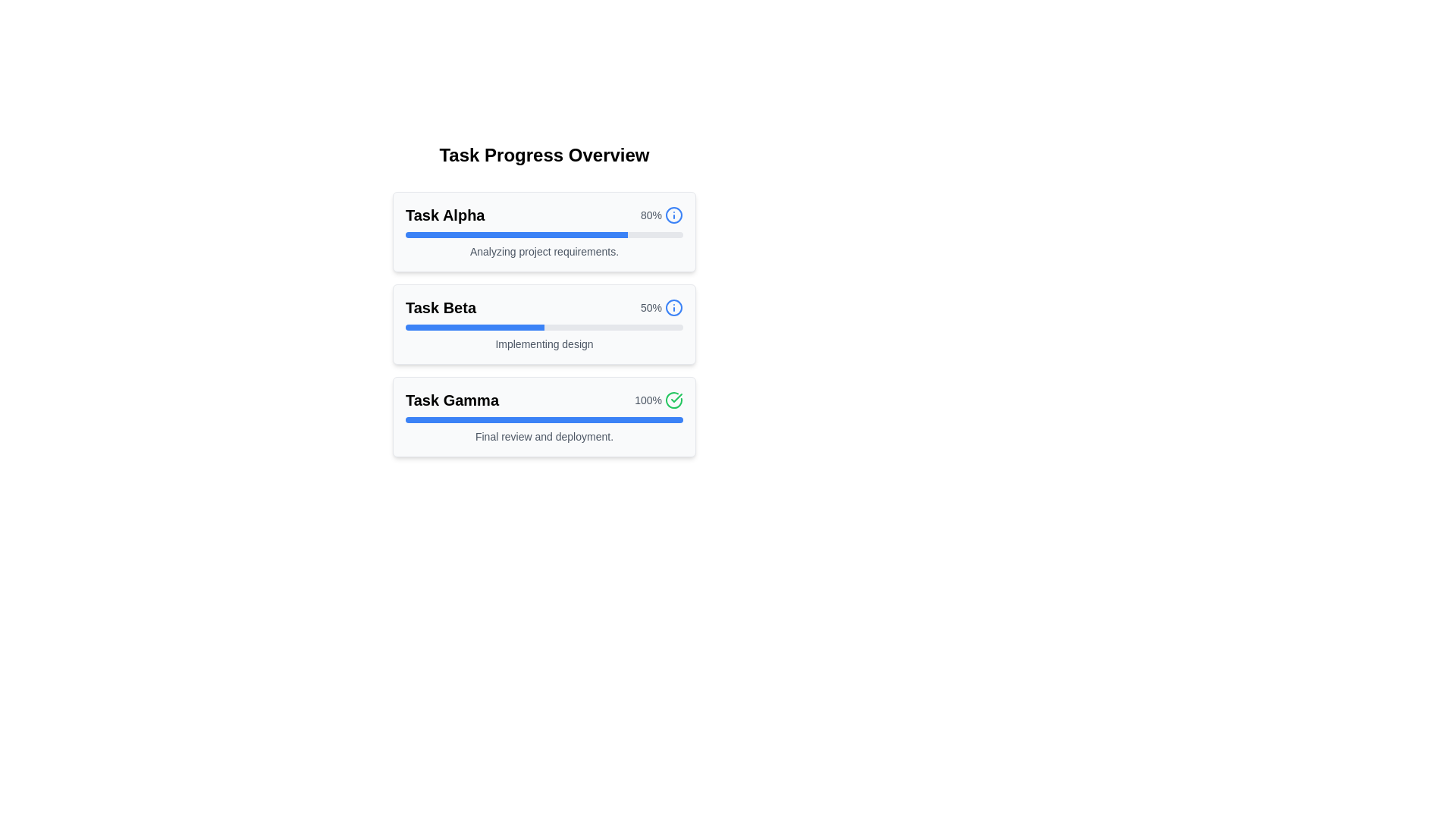  Describe the element at coordinates (676, 397) in the screenshot. I see `the green checkmark icon representing the completed state in the 'Task Gamma' progress card, located in the top-right corner next to the '100%' text` at that location.